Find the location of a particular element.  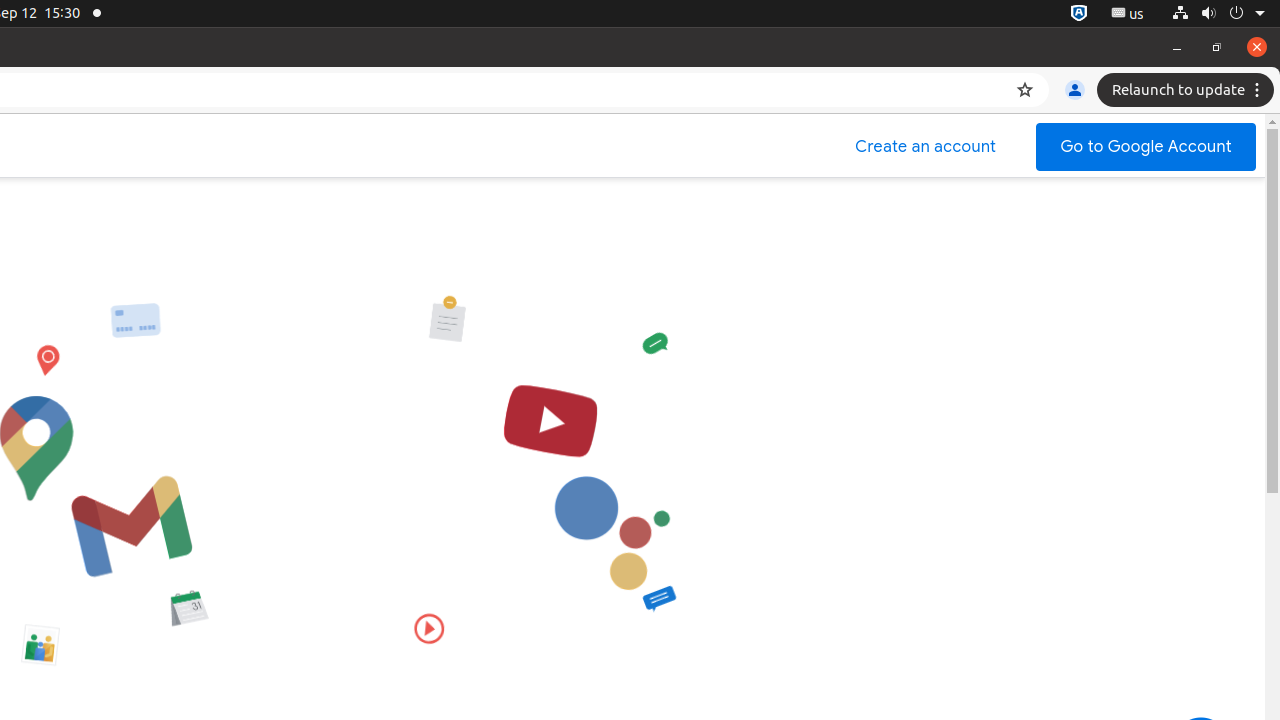

'Go to your Google Account' is located at coordinates (1145, 146).